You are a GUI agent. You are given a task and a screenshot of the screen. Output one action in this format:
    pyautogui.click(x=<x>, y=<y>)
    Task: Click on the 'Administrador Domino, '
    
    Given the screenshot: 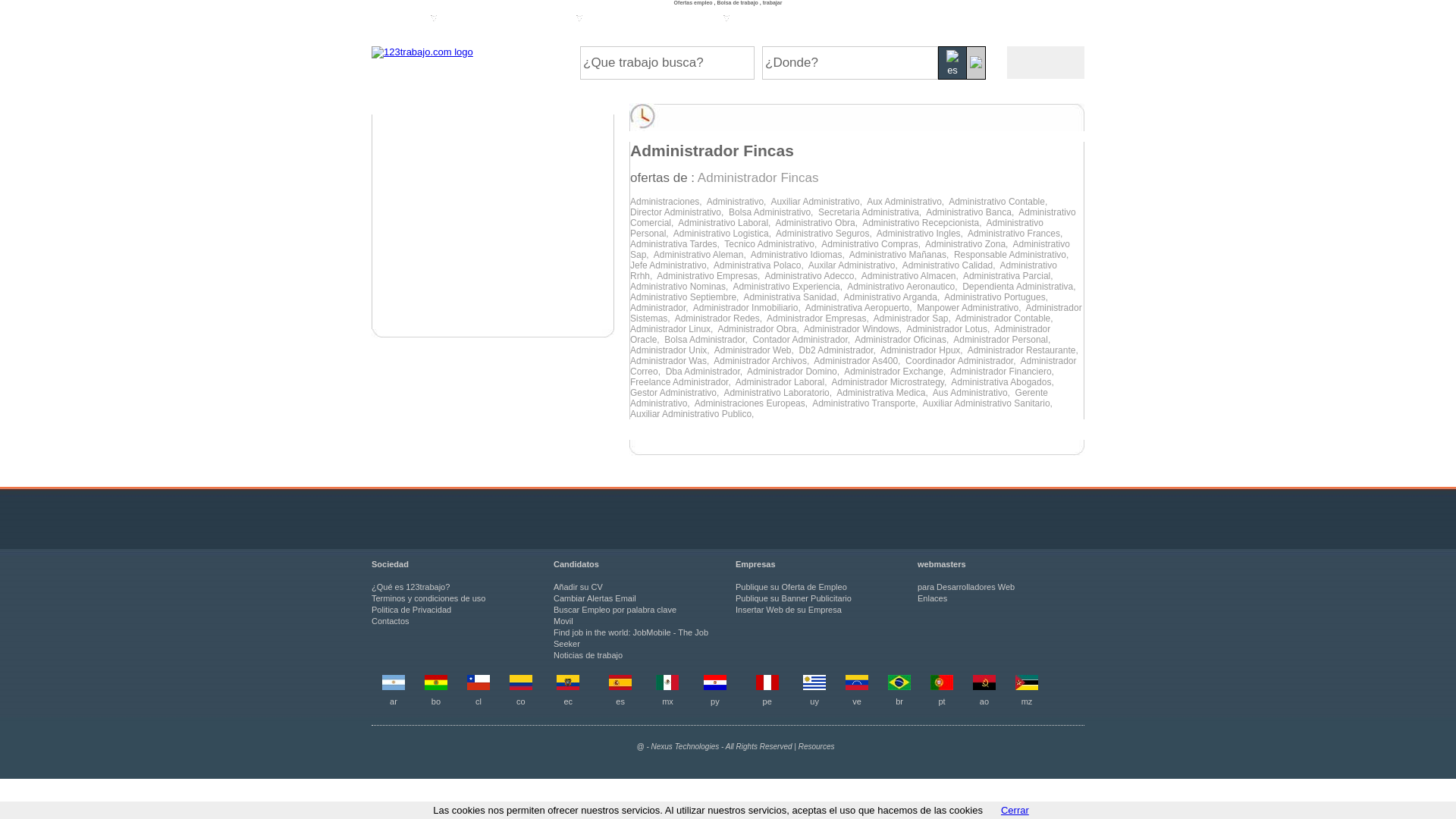 What is the action you would take?
    pyautogui.click(x=795, y=371)
    